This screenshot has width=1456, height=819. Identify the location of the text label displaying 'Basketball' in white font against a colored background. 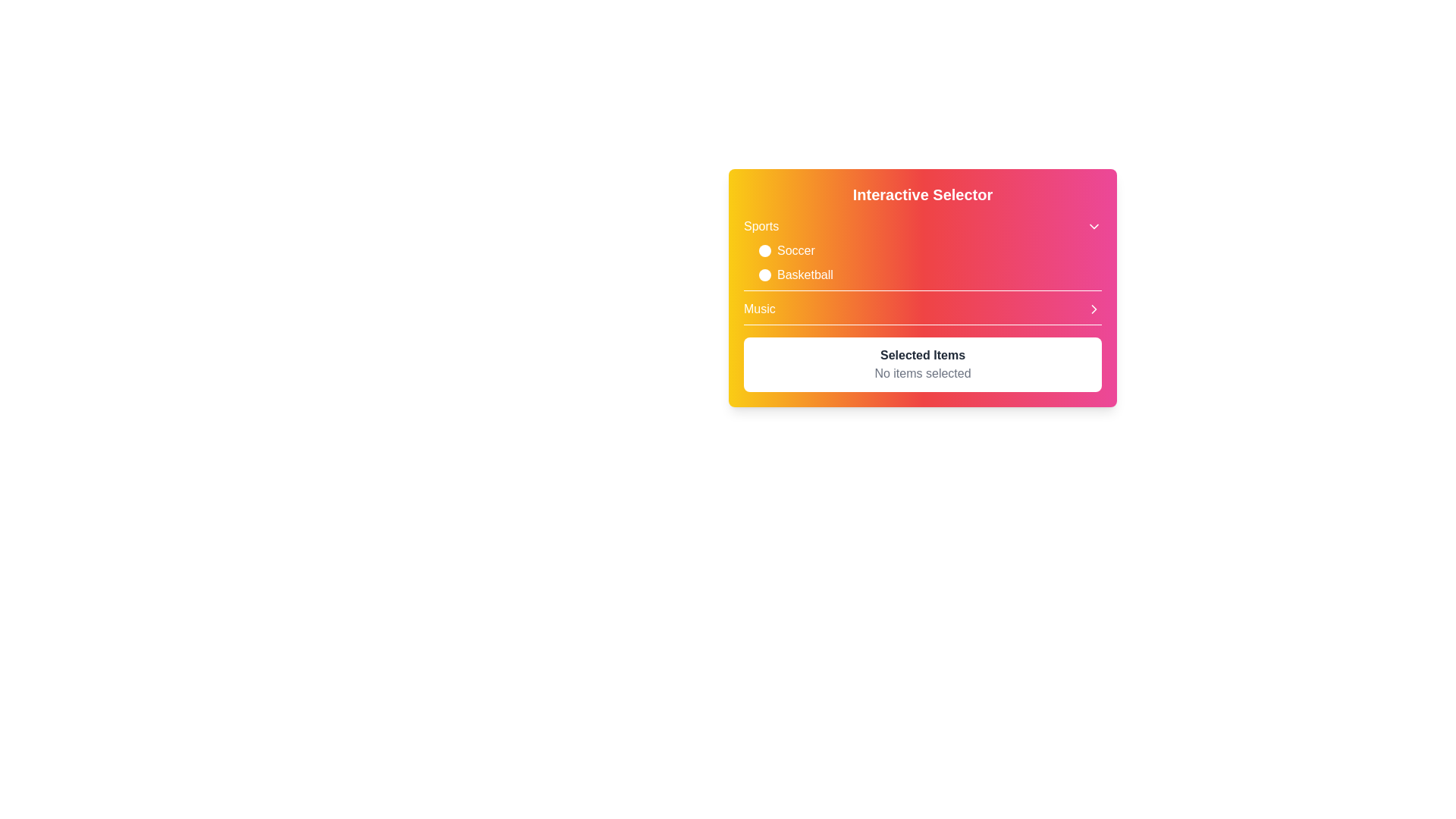
(804, 275).